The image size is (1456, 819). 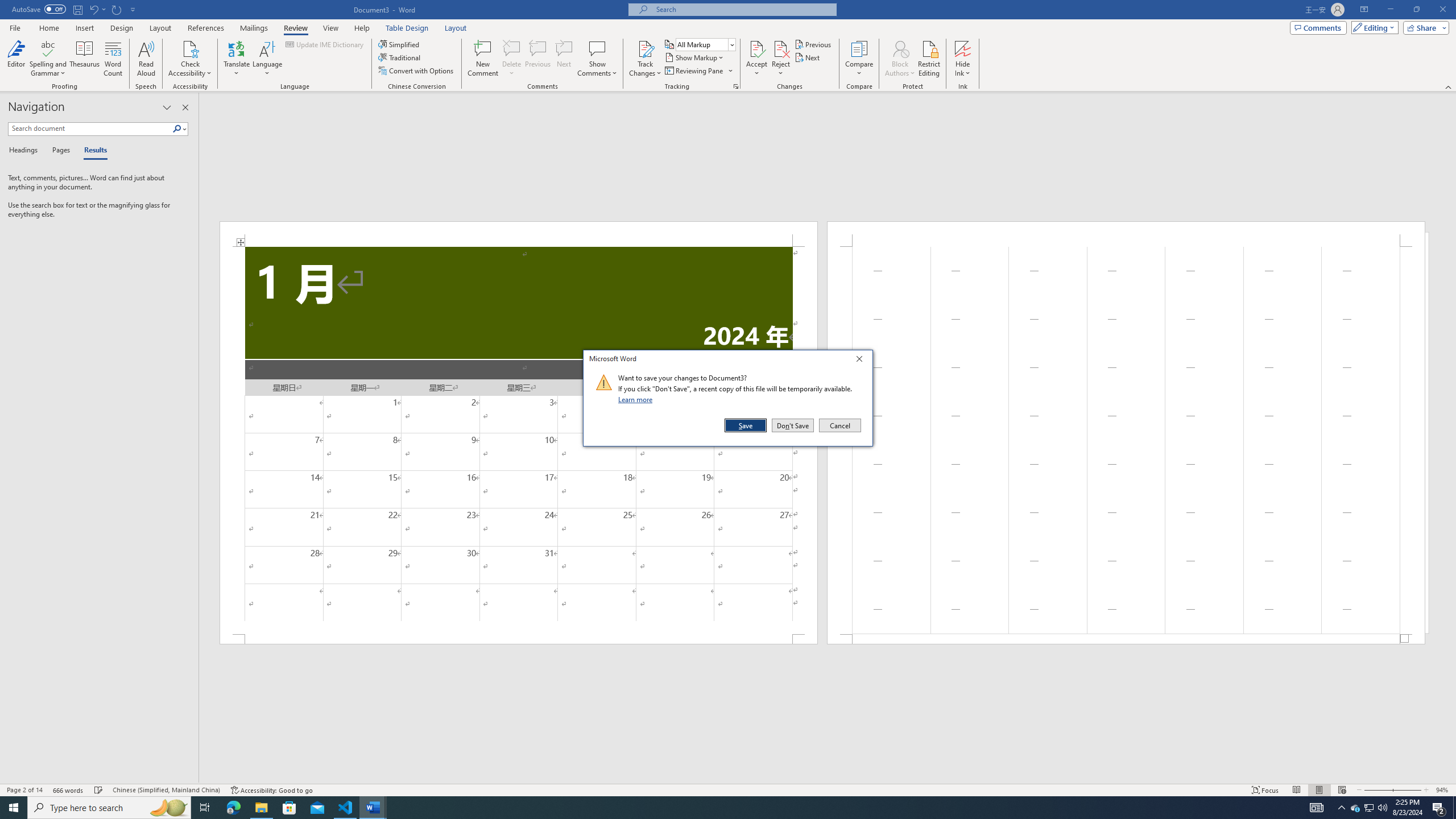 I want to click on 'Print Layout', so click(x=1319, y=790).